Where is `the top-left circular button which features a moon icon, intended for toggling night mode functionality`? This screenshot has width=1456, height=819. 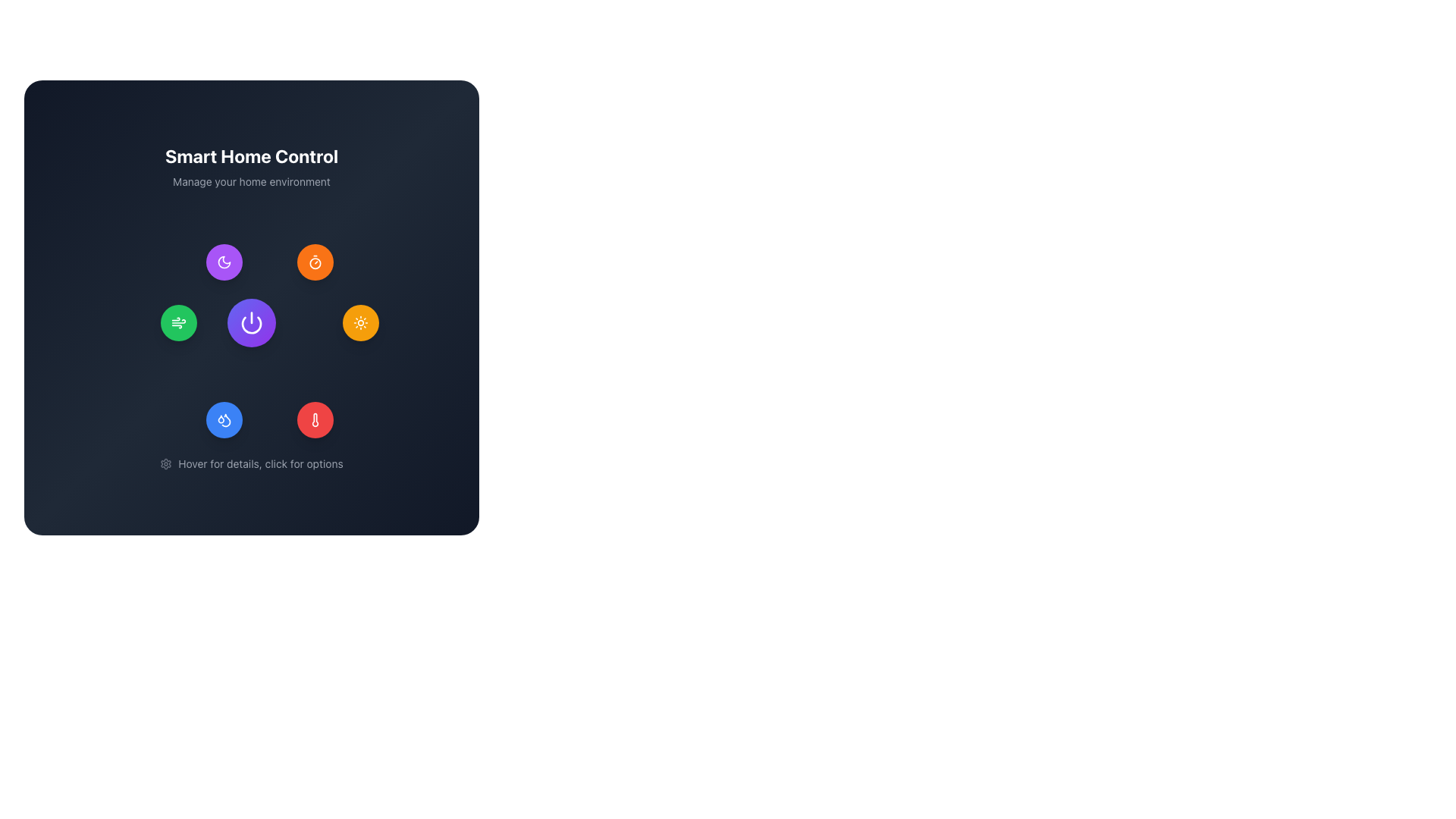
the top-left circular button which features a moon icon, intended for toggling night mode functionality is located at coordinates (224, 262).